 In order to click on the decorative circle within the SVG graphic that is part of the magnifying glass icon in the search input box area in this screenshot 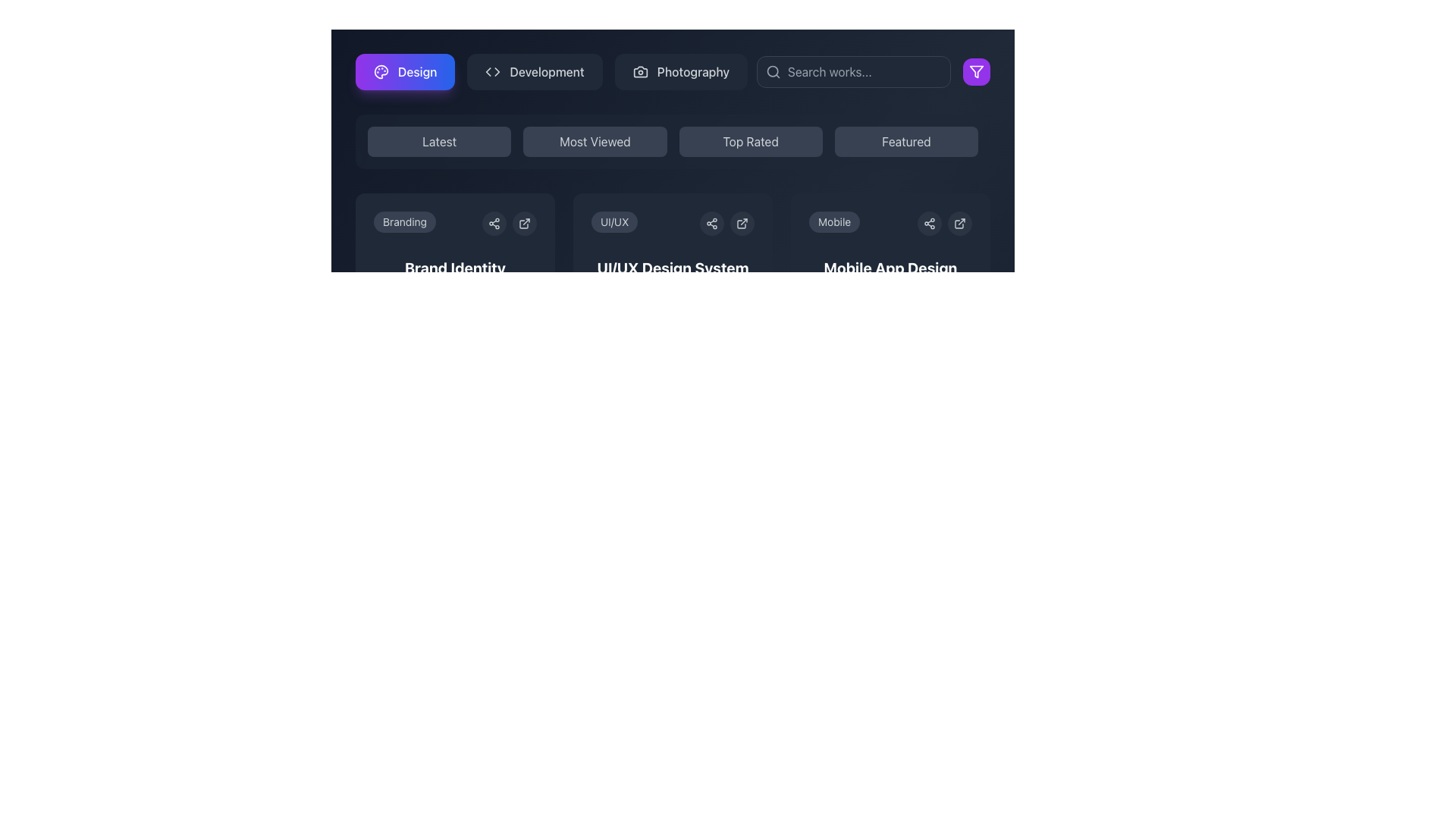, I will do `click(773, 71)`.